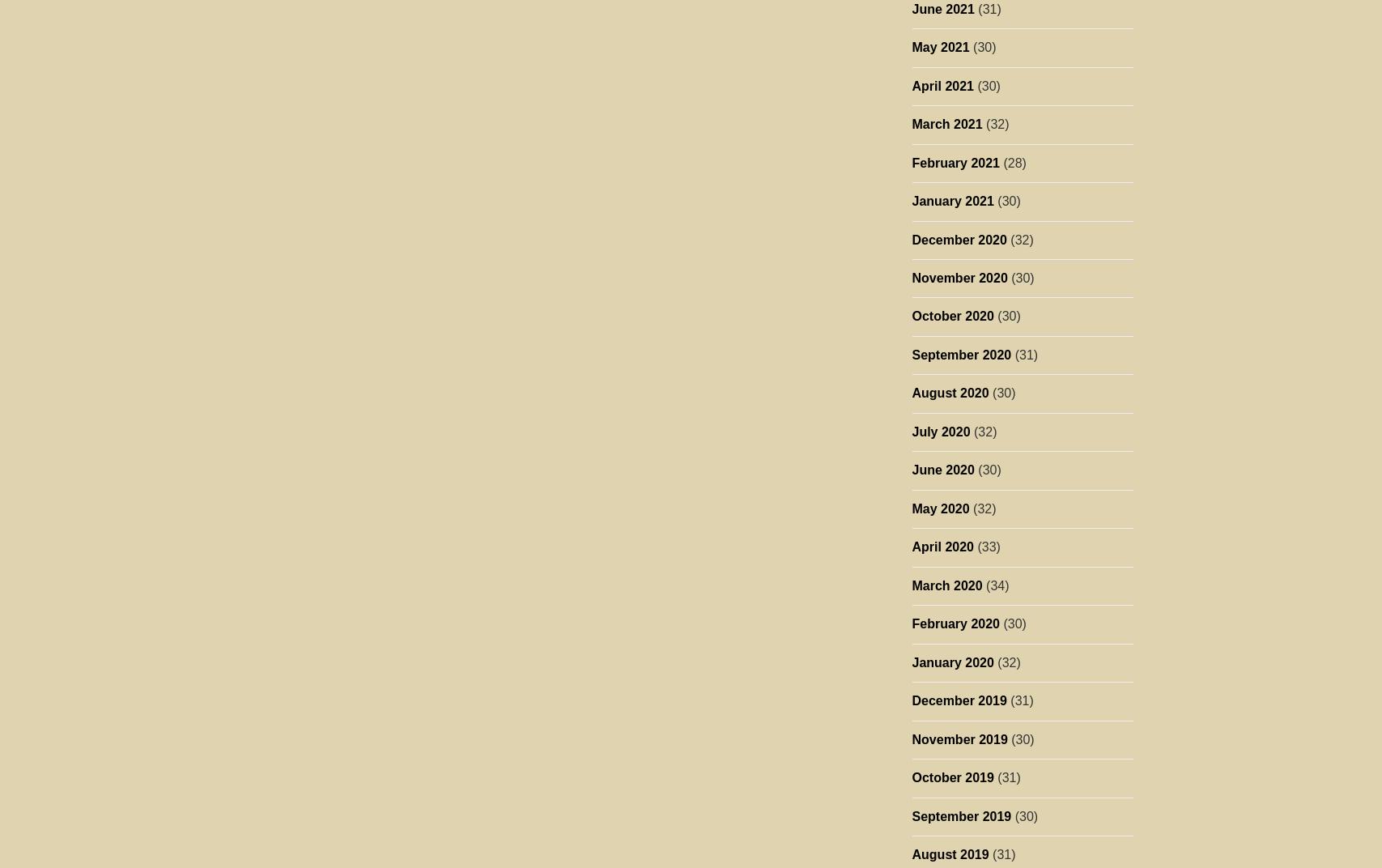 This screenshot has width=1382, height=868. Describe the element at coordinates (955, 161) in the screenshot. I see `'February 2021'` at that location.